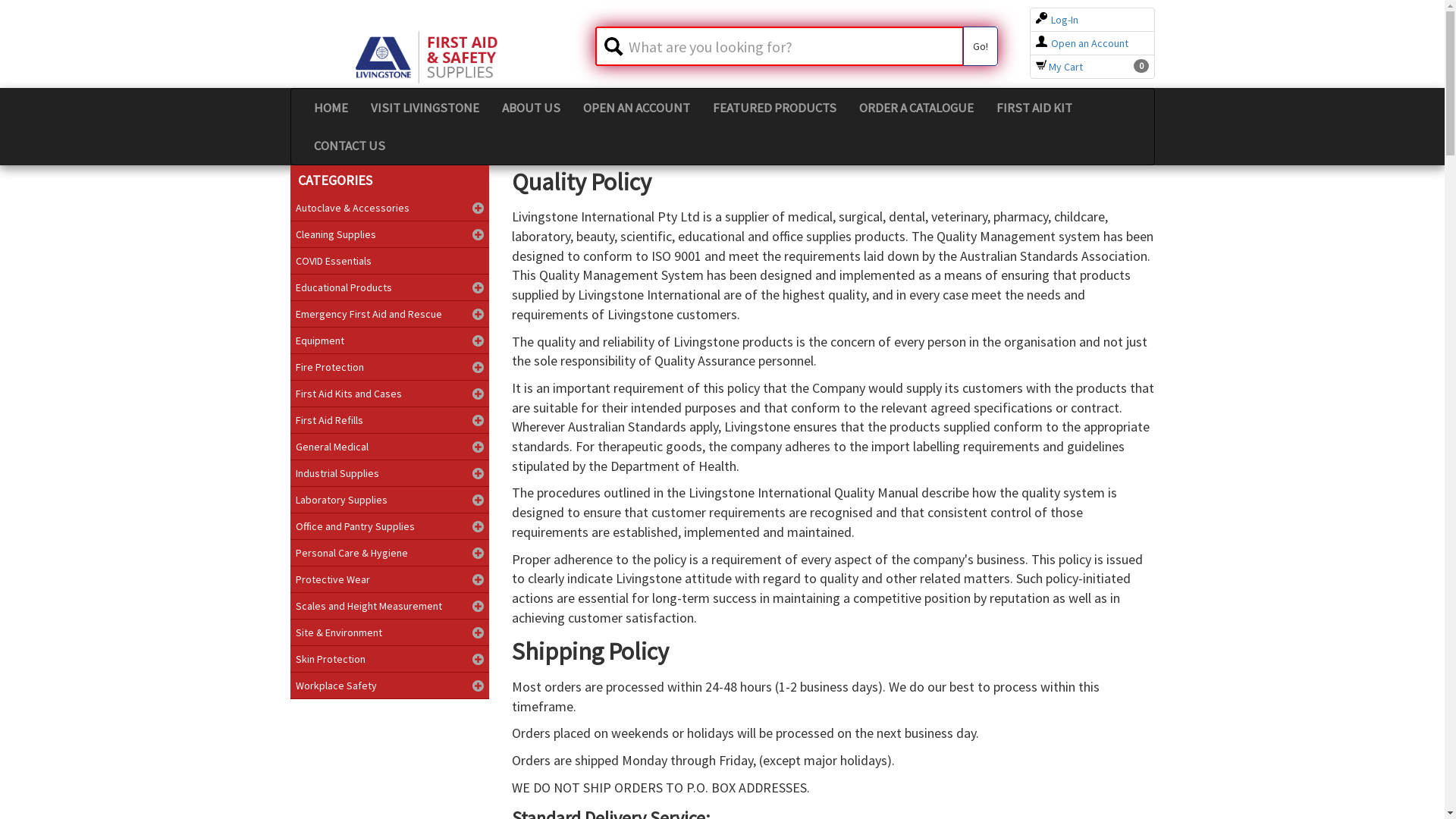 The width and height of the screenshot is (1456, 819). Describe the element at coordinates (348, 146) in the screenshot. I see `'CONTACT US'` at that location.